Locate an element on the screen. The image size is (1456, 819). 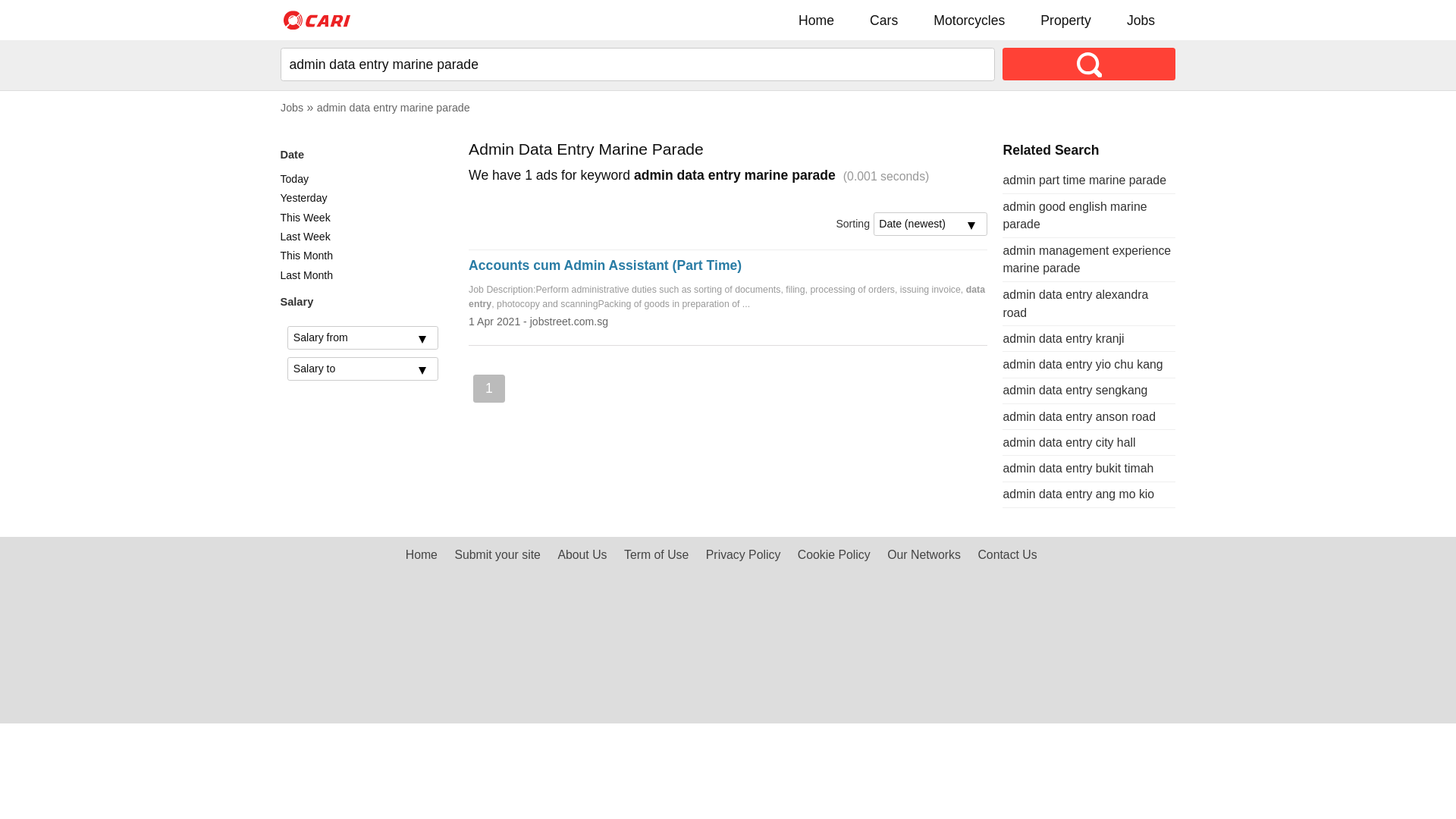
'1' is located at coordinates (488, 388).